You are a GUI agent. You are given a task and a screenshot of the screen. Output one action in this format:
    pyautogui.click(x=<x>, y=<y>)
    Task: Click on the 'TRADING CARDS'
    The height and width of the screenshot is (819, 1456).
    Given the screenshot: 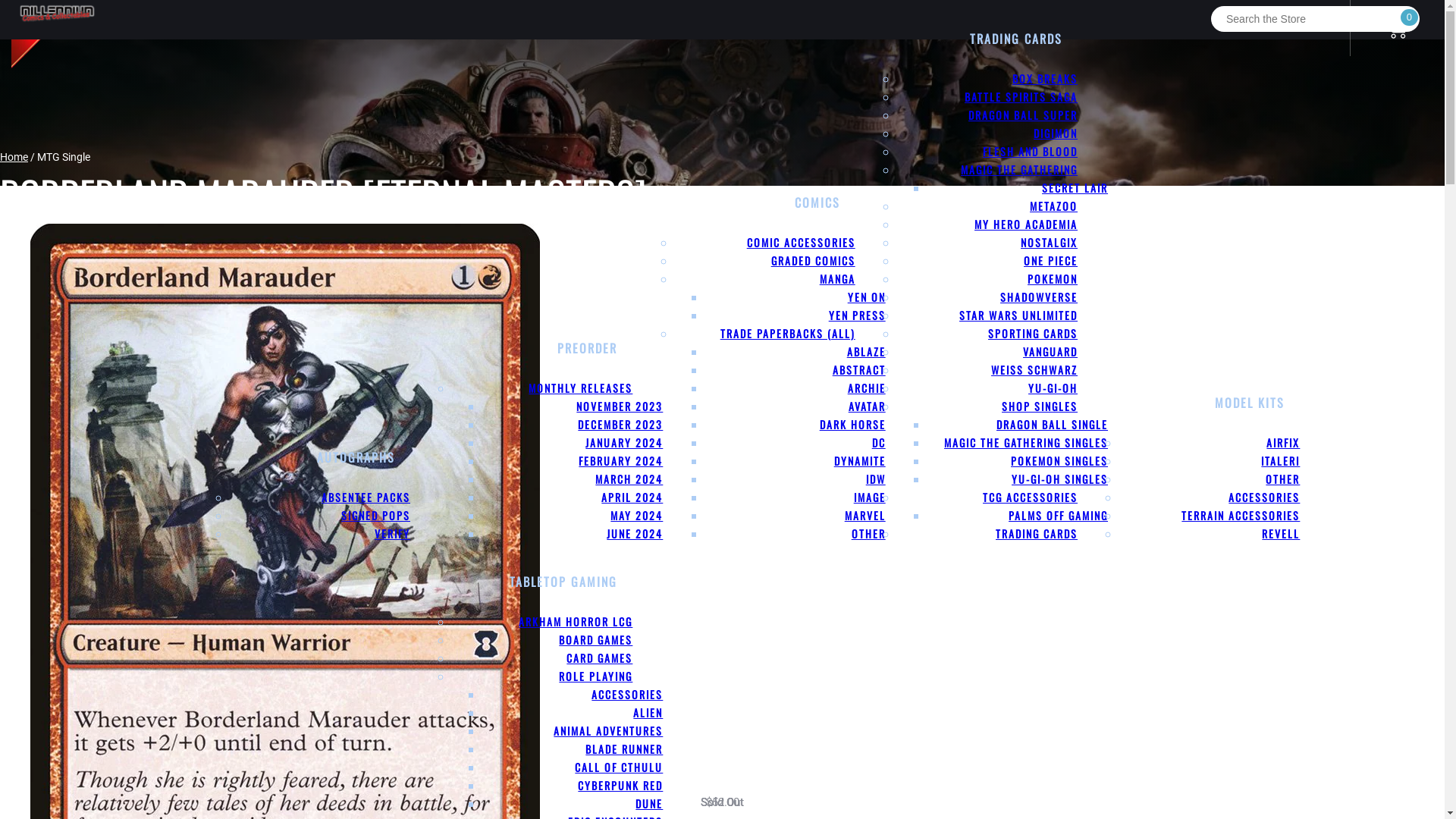 What is the action you would take?
    pyautogui.click(x=956, y=37)
    